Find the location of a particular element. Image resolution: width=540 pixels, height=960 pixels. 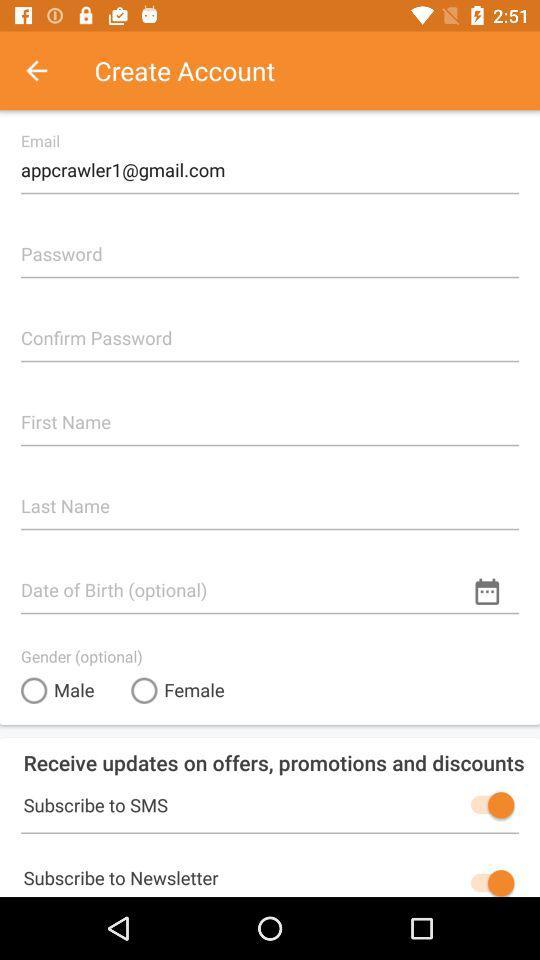

confirm password is located at coordinates (270, 330).